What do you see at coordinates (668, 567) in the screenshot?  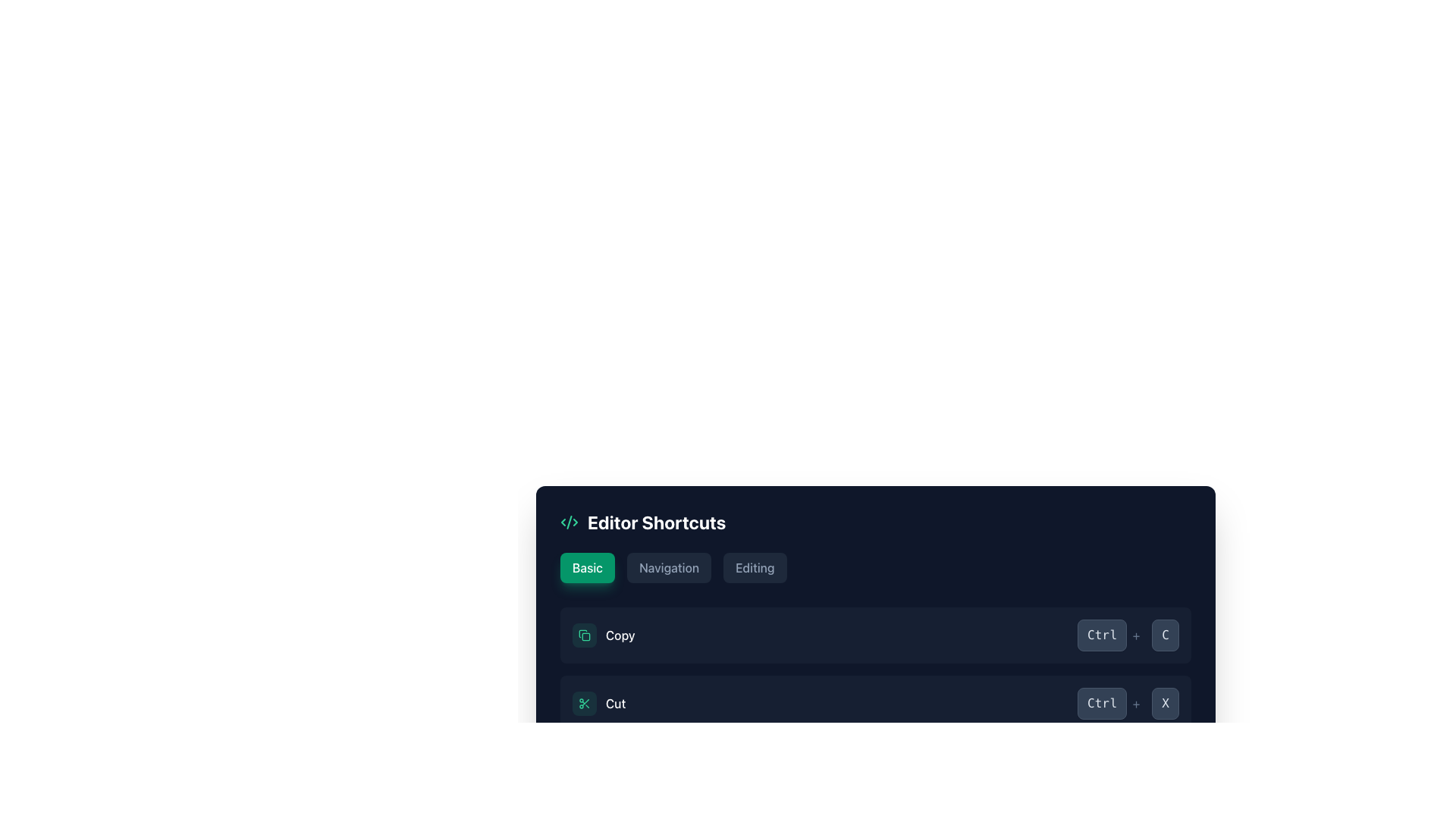 I see `the 'Navigation' textual label located within the pill-shaped button group, which is the middle button between 'Basic' and 'Editing.'` at bounding box center [668, 567].